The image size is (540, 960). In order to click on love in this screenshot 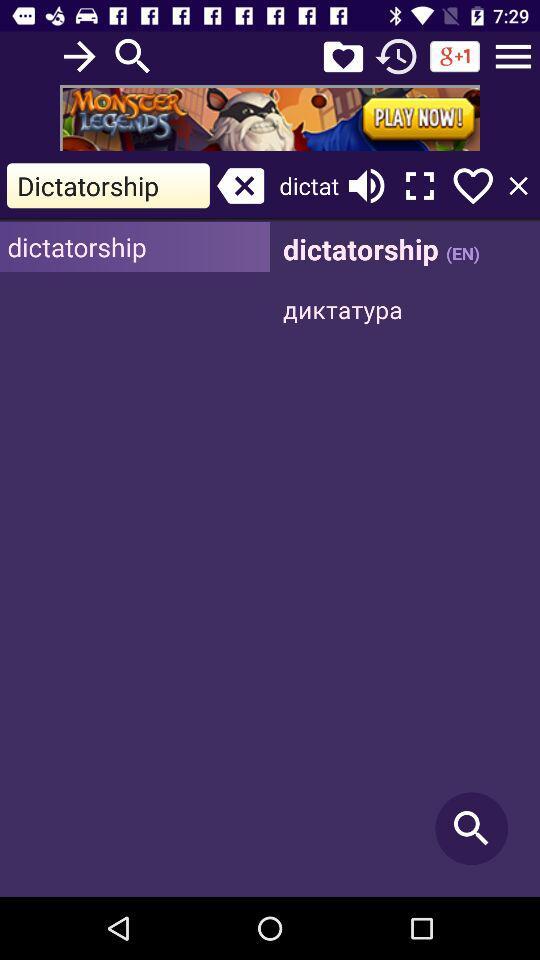, I will do `click(472, 185)`.